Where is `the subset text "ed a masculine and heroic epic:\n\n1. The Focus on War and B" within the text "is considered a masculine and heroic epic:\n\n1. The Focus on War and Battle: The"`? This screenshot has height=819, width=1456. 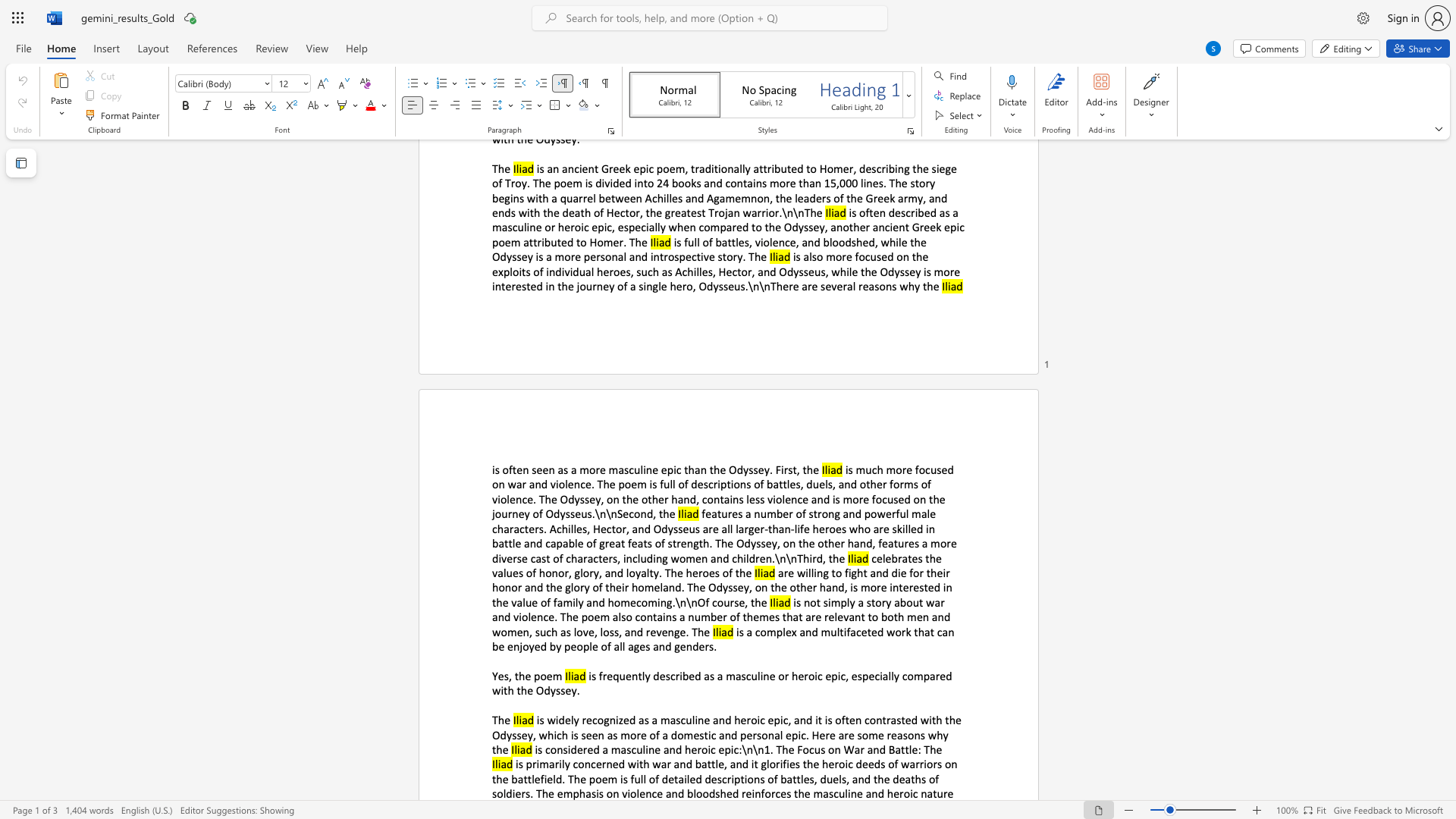 the subset text "ed a masculine and heroic epic:\n\n1. The Focus on War and B" within the text "is considered a masculine and heroic epic:\n\n1. The Focus on War and Battle: The" is located at coordinates (586, 748).